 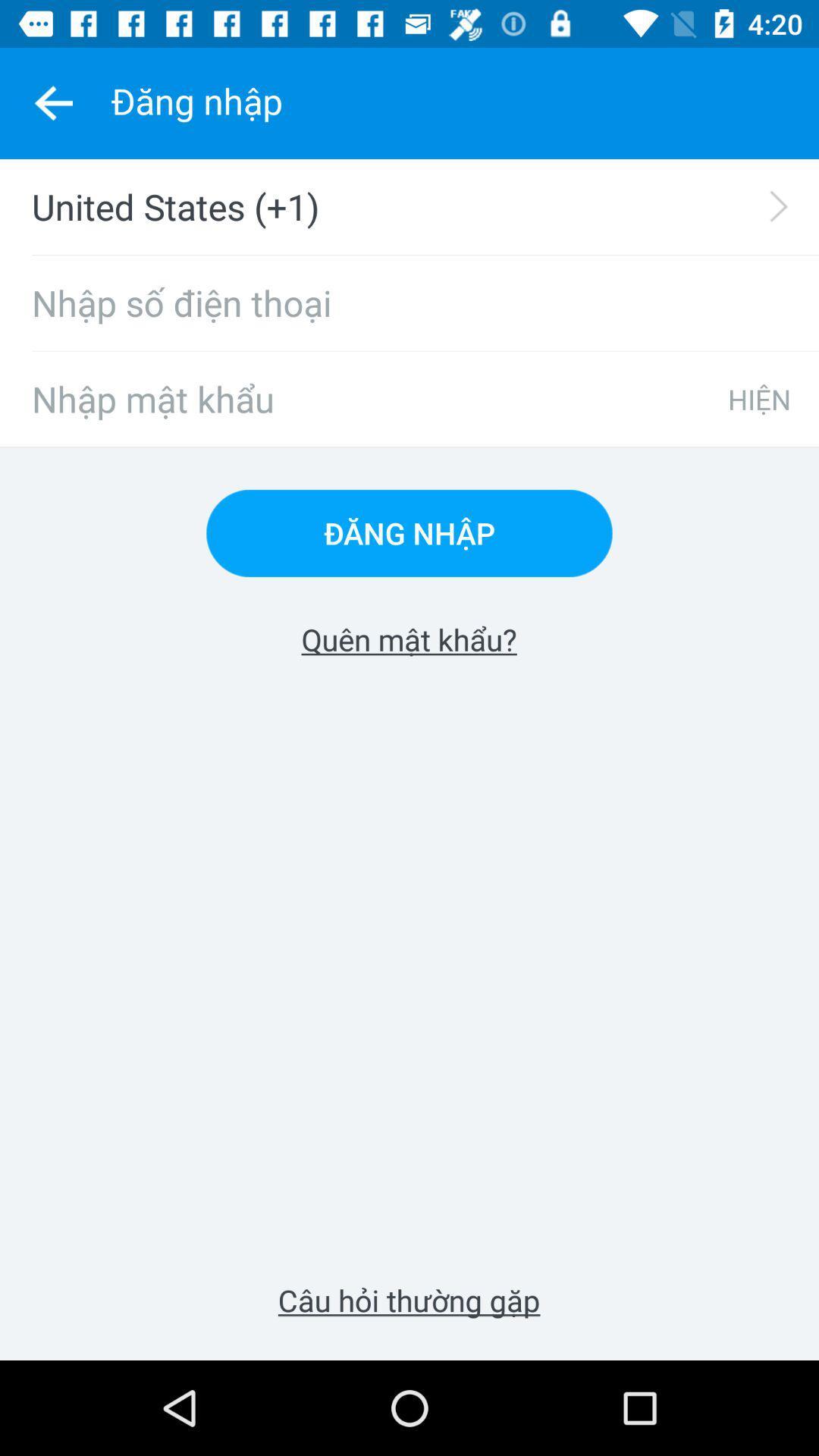 I want to click on icon at the top right corner, so click(x=759, y=399).